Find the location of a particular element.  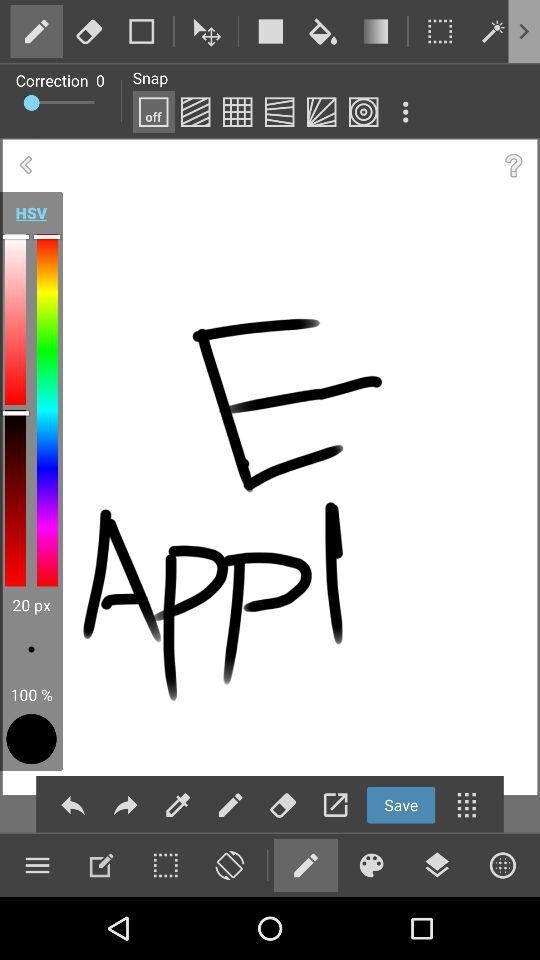

the edit icon is located at coordinates (229, 805).